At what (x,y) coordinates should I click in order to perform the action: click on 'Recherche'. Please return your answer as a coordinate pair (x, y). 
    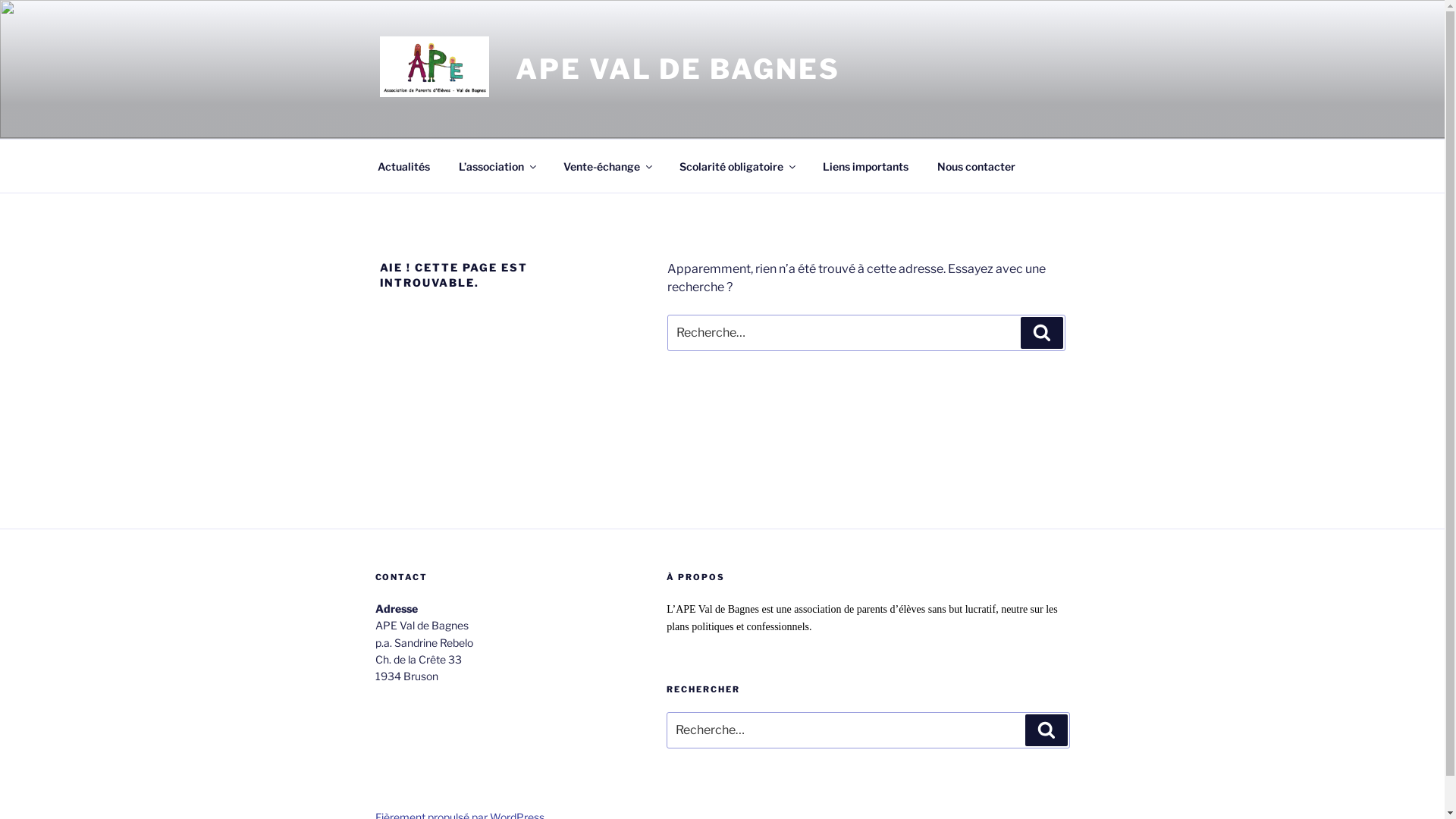
    Looking at the image, I should click on (1040, 332).